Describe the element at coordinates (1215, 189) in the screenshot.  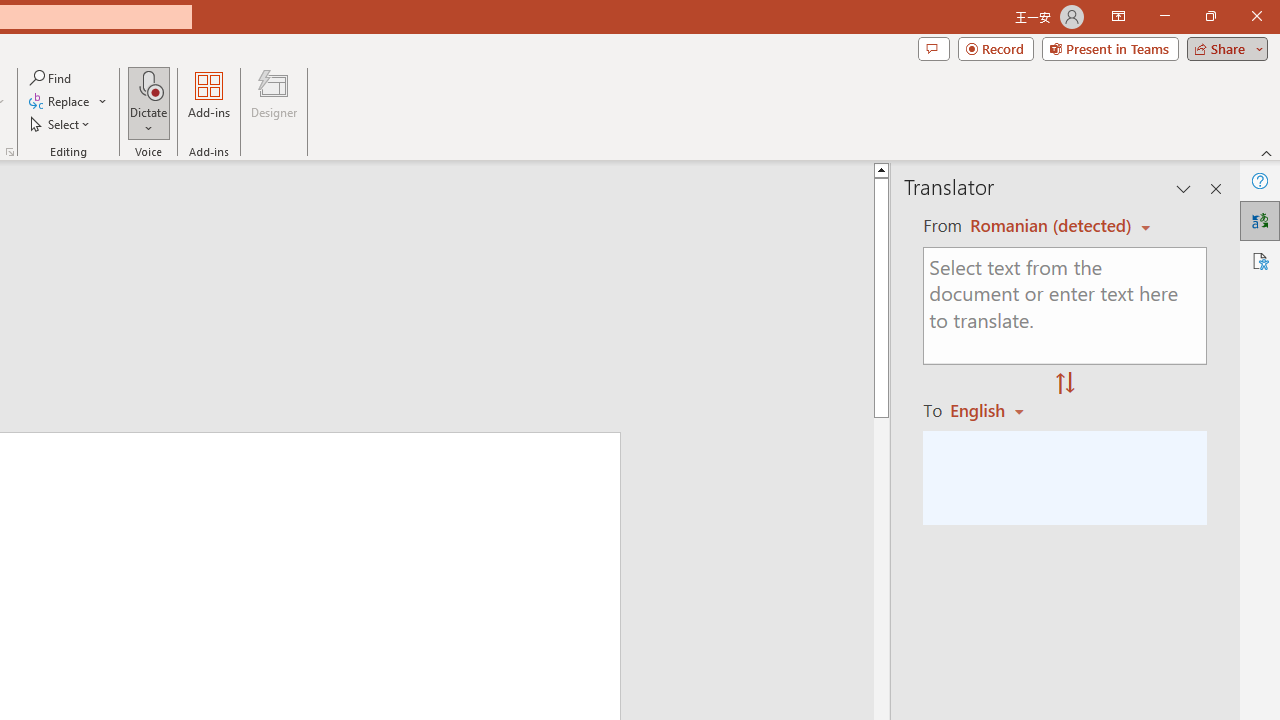
I see `'Close pane'` at that location.